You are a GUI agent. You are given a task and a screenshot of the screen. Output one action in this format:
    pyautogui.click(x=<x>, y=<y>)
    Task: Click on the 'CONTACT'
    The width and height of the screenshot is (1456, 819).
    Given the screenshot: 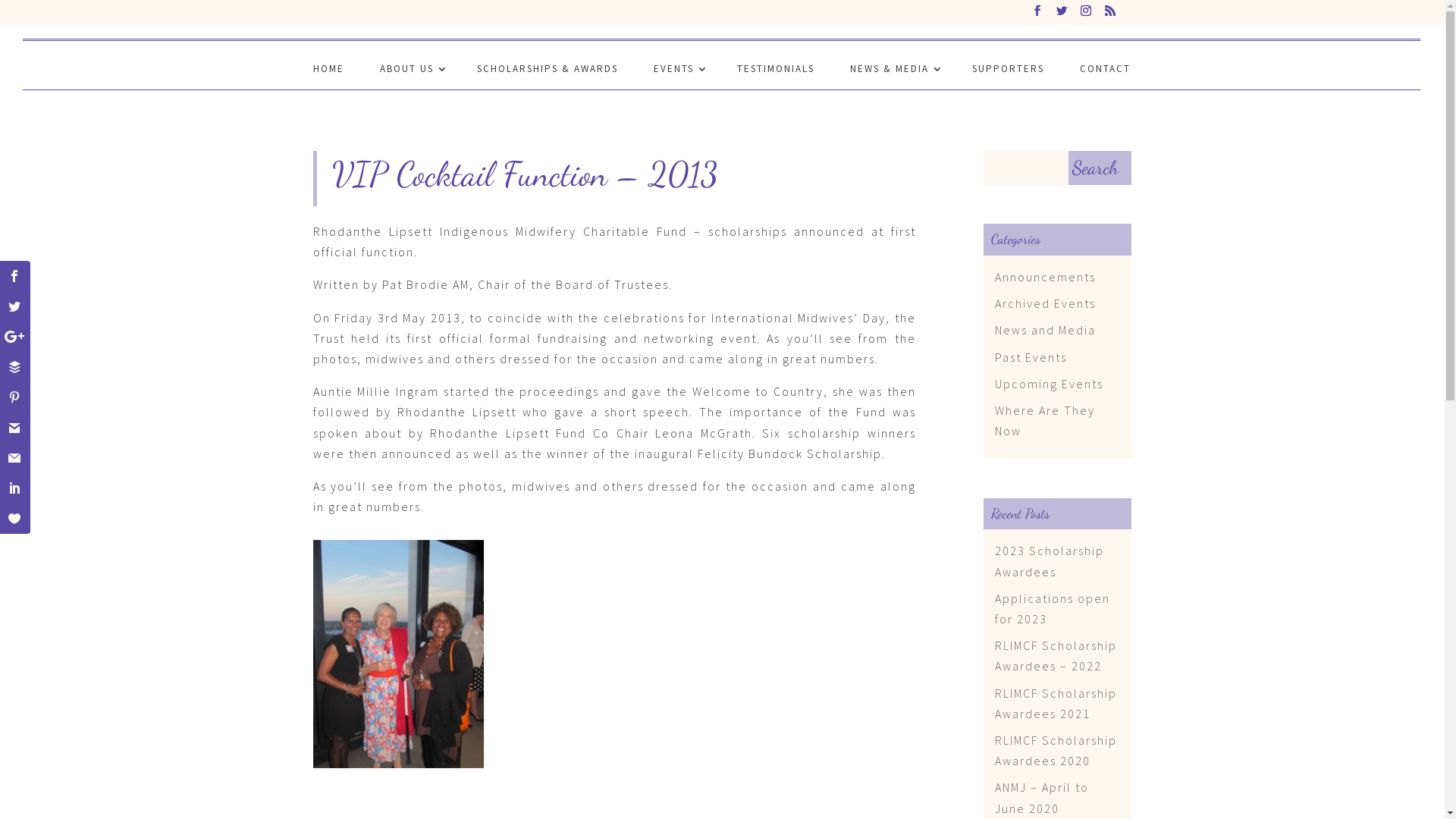 What is the action you would take?
    pyautogui.click(x=1072, y=76)
    